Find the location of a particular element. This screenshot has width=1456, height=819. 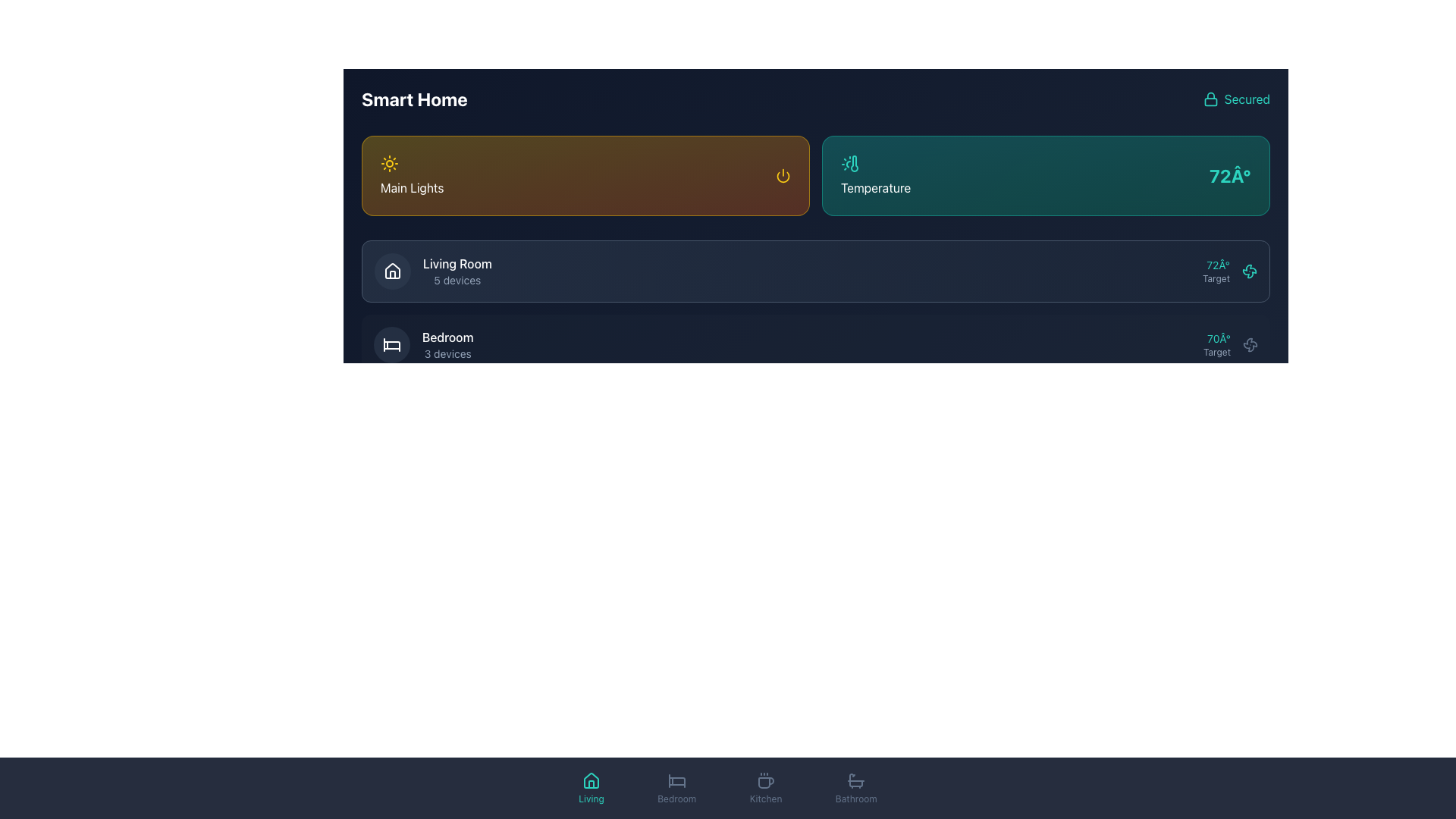

the temperature display showing '72Â°' in teal text above the word 'Target' in light gray, located in the Living Room section of the interface is located at coordinates (1230, 271).